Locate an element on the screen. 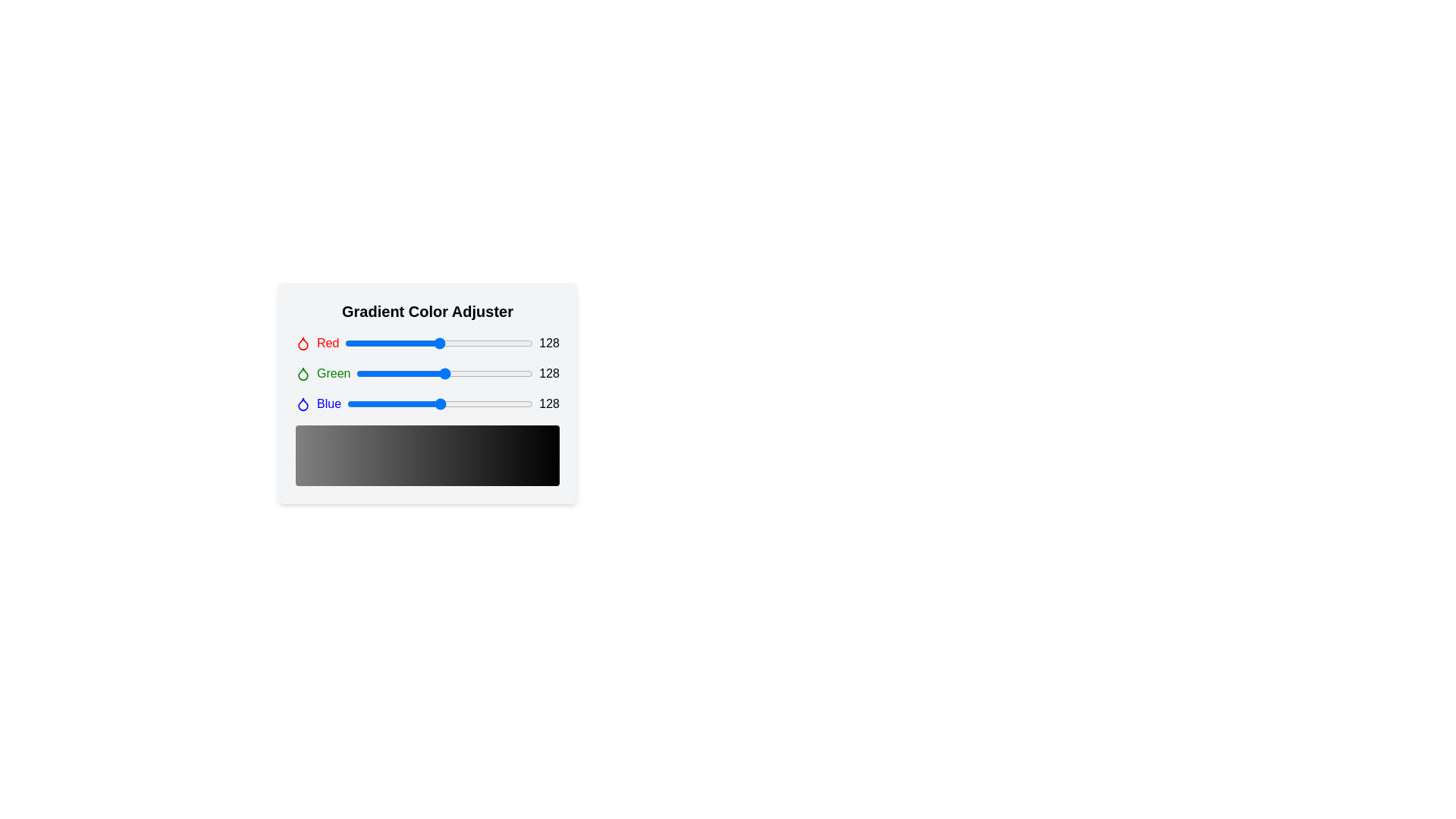 Image resolution: width=1456 pixels, height=819 pixels. the blue color slider to 74 is located at coordinates (401, 403).